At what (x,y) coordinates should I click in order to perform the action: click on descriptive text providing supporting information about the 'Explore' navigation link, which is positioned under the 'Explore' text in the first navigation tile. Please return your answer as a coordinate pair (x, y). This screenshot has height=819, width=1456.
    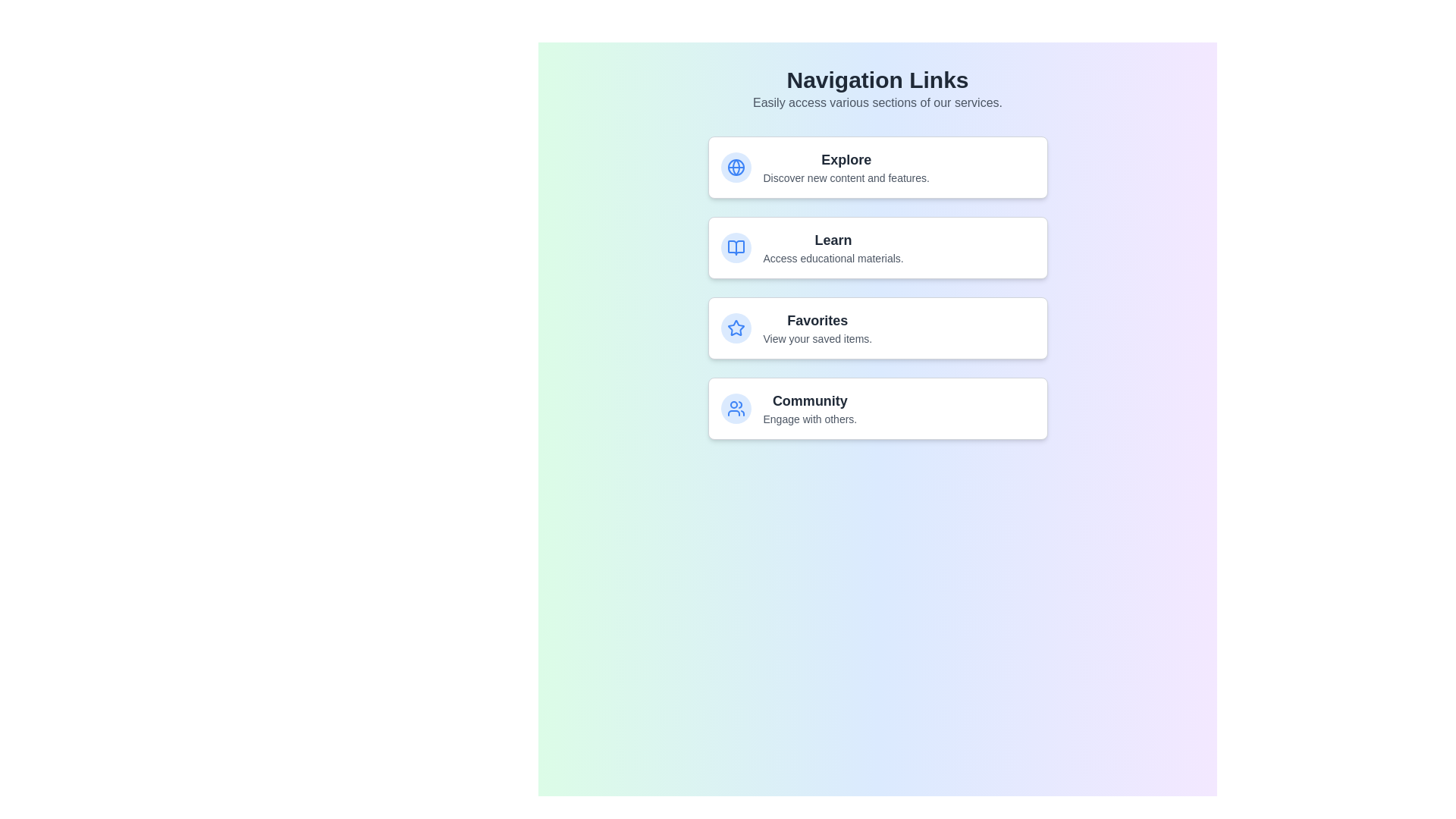
    Looking at the image, I should click on (846, 177).